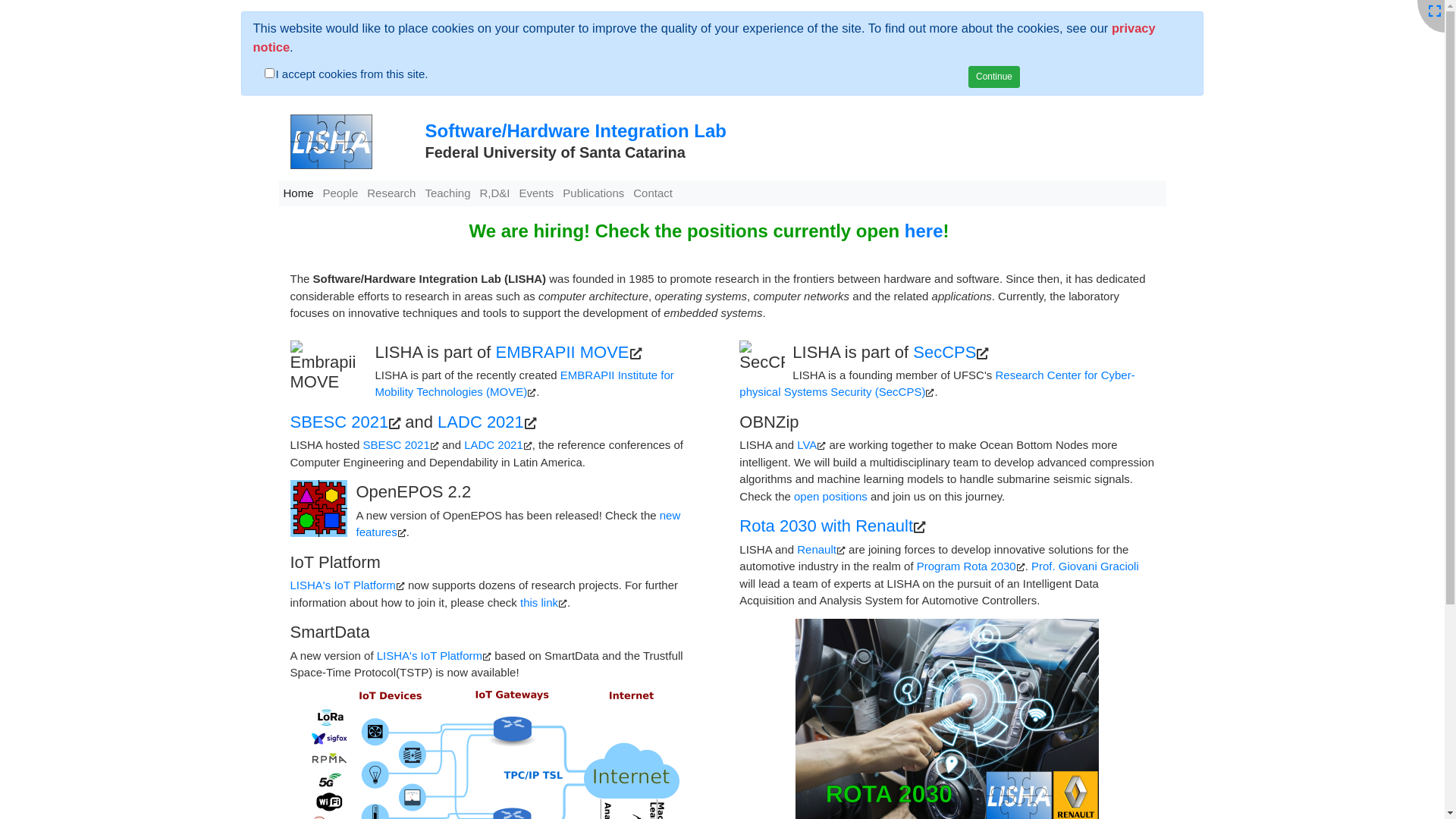 Image resolution: width=1456 pixels, height=819 pixels. What do you see at coordinates (815, 549) in the screenshot?
I see `'Renault'` at bounding box center [815, 549].